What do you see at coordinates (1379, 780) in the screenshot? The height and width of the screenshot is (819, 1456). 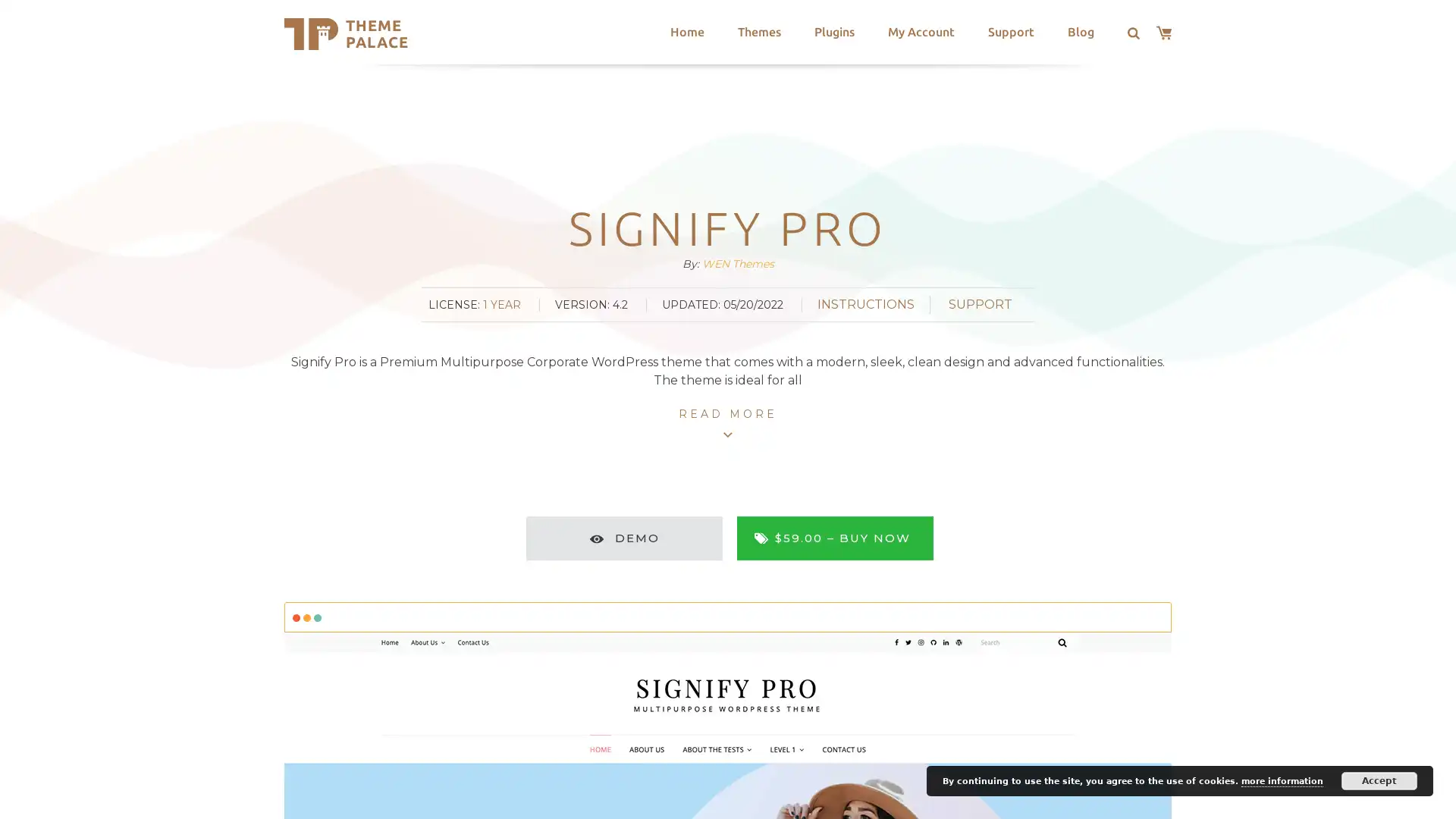 I see `Accept` at bounding box center [1379, 780].